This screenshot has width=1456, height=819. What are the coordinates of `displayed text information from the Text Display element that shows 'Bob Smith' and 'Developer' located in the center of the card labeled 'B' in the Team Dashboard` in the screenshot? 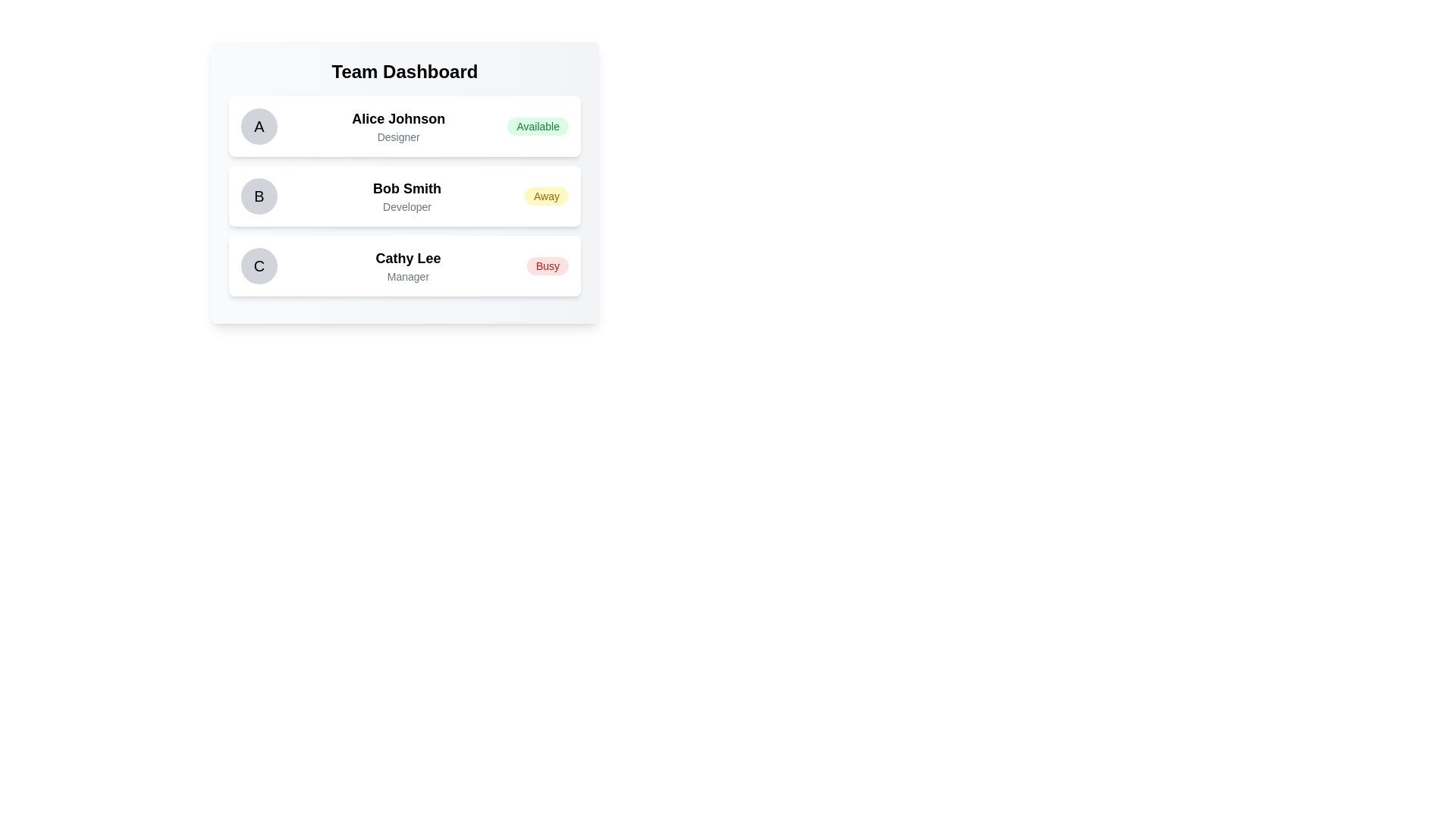 It's located at (407, 195).